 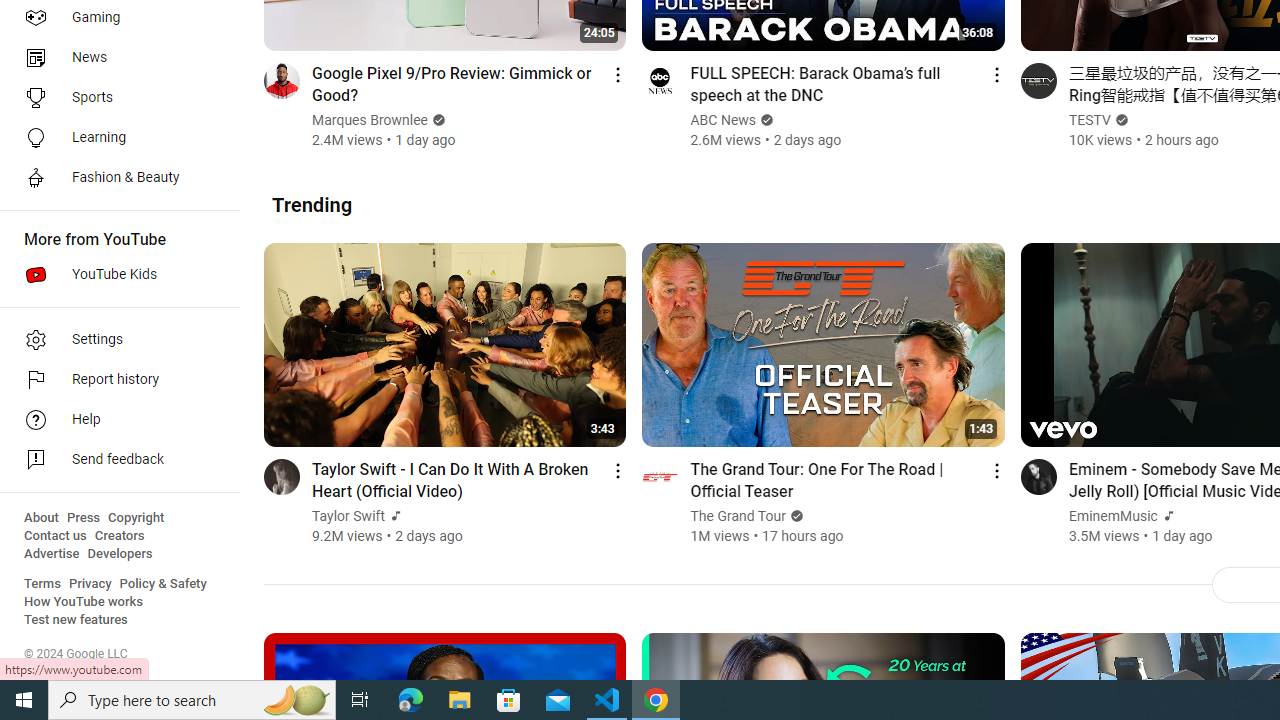 I want to click on 'Taylor Swift', so click(x=349, y=515).